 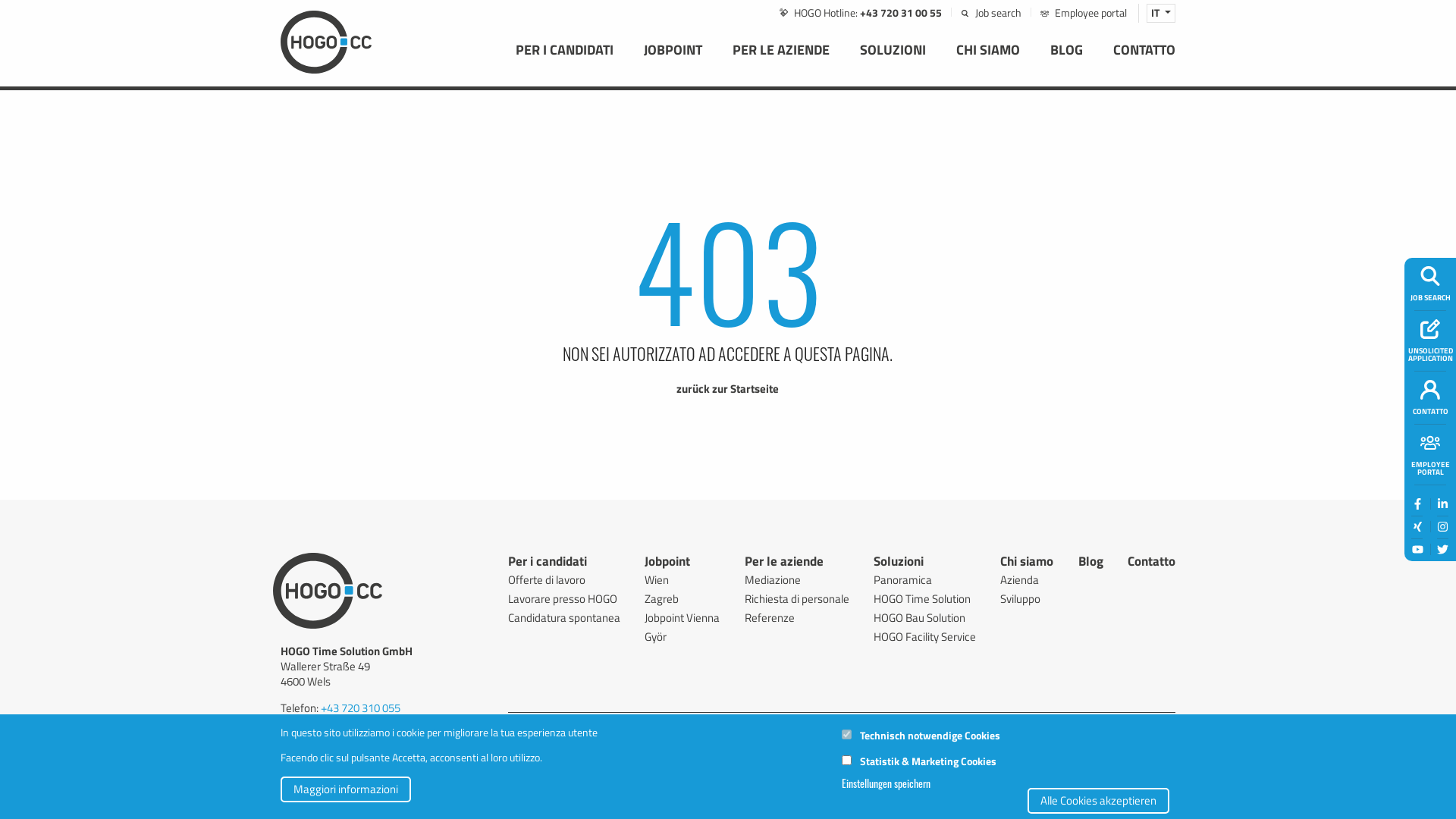 I want to click on 'LinkedIn', so click(x=1442, y=504).